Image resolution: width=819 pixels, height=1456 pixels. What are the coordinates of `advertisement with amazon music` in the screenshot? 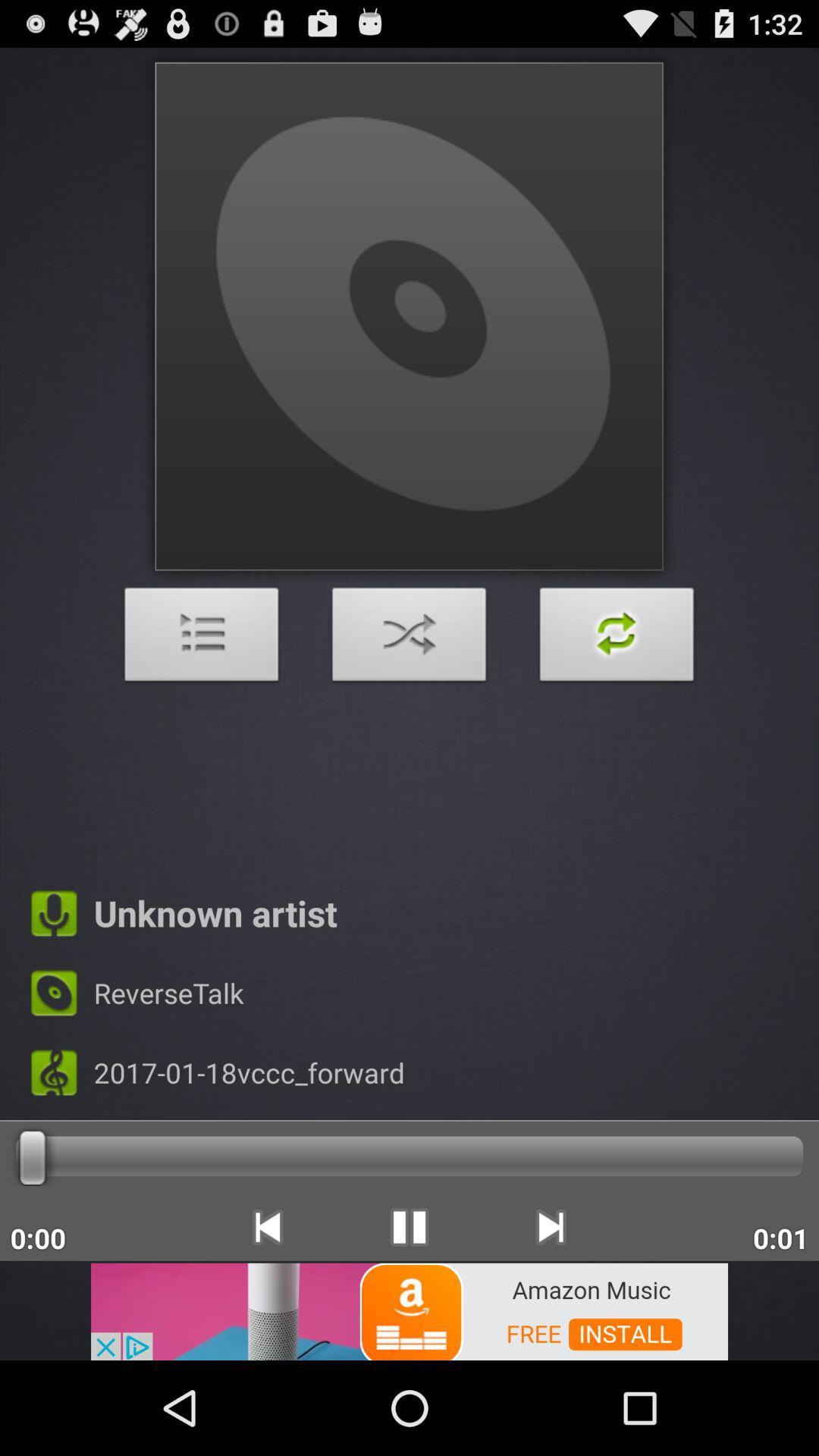 It's located at (409, 1310).